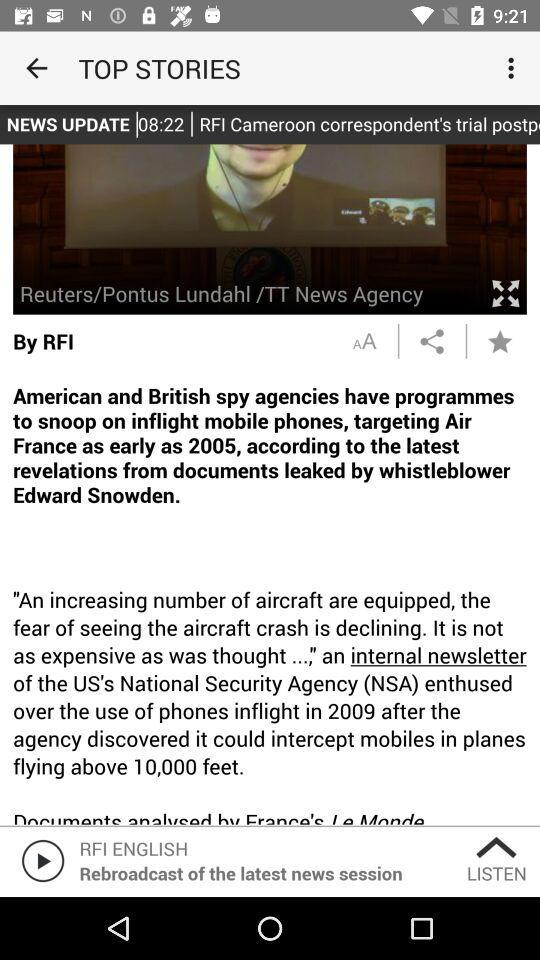 This screenshot has height=960, width=540. Describe the element at coordinates (39, 859) in the screenshot. I see `the play icon` at that location.